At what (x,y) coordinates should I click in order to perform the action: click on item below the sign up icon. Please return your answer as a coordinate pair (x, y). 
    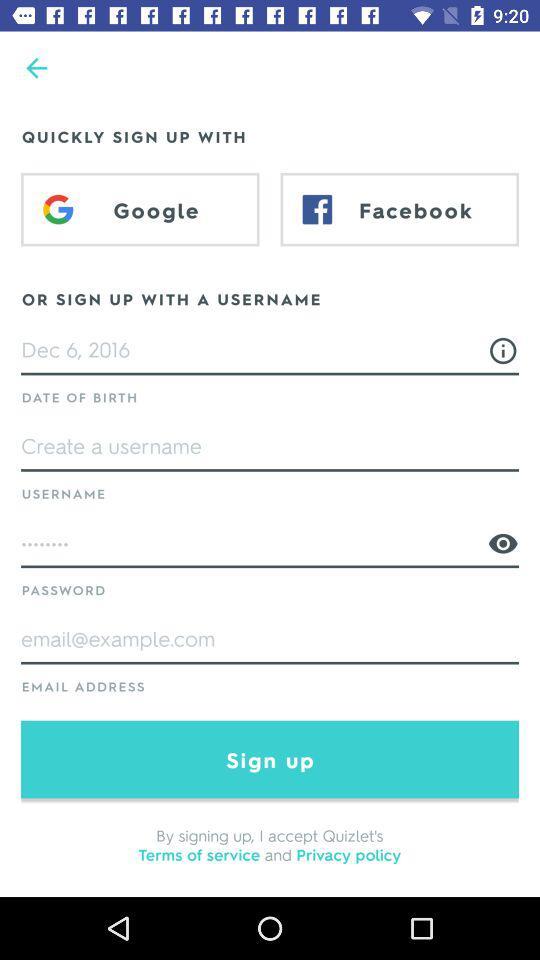
    Looking at the image, I should click on (269, 843).